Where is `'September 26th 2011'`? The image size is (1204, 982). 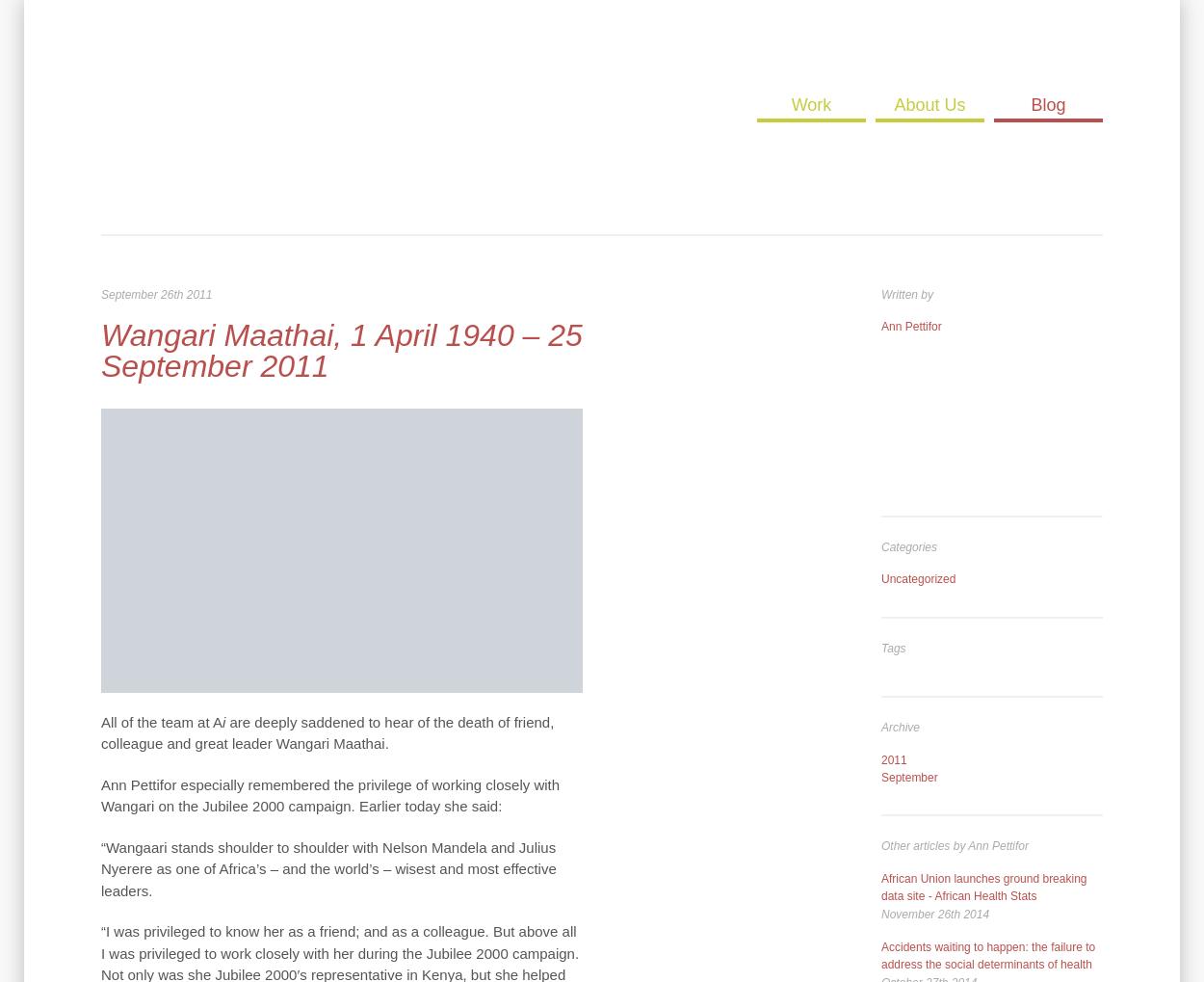 'September 26th 2011' is located at coordinates (156, 292).